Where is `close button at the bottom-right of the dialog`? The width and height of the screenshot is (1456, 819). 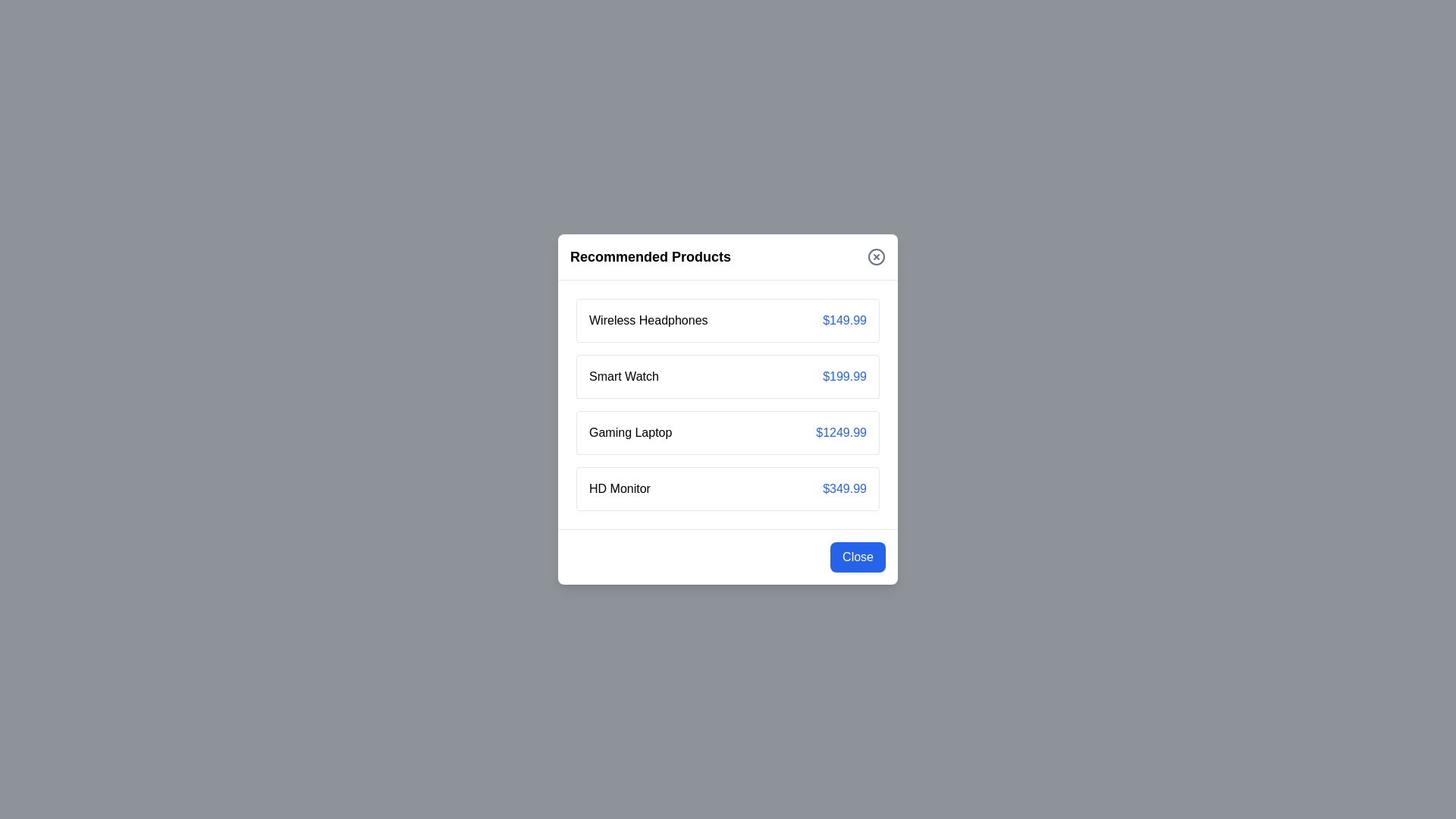 close button at the bottom-right of the dialog is located at coordinates (858, 557).